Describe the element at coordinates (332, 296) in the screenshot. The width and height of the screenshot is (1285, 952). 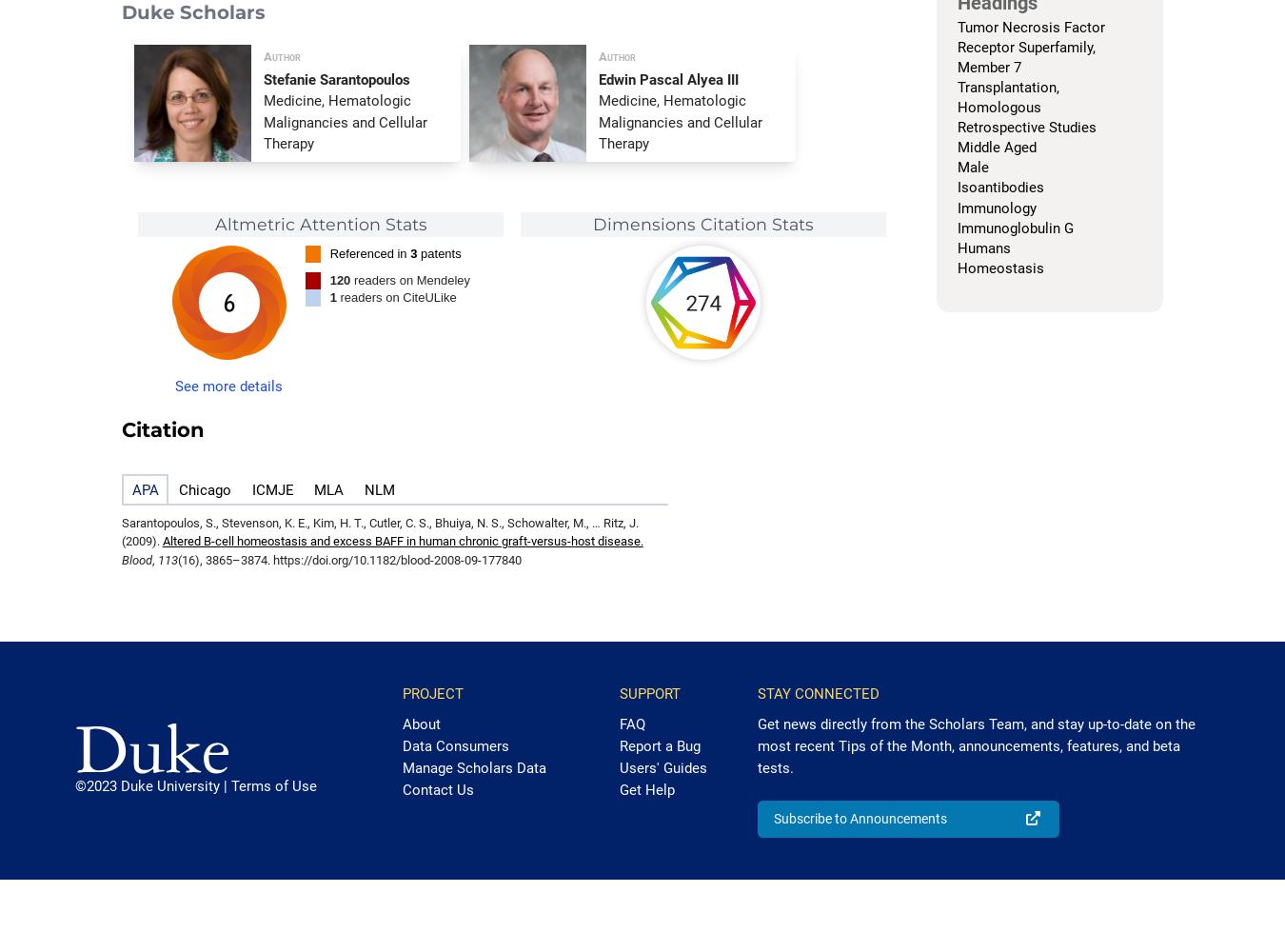
I see `'1'` at that location.